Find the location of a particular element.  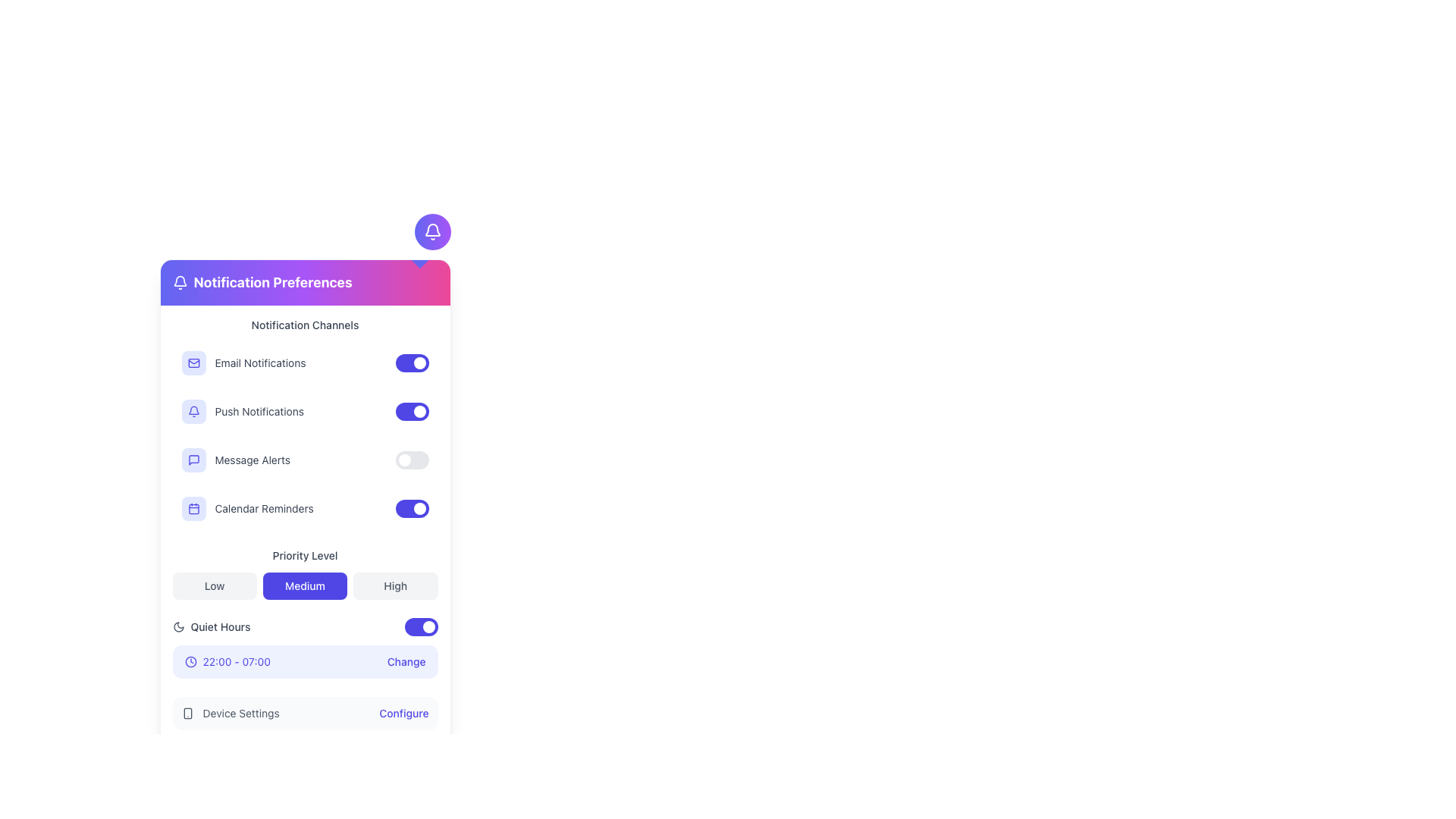

the 'Calendar Reminders' option in the 'Notification Preferences' section is located at coordinates (247, 509).